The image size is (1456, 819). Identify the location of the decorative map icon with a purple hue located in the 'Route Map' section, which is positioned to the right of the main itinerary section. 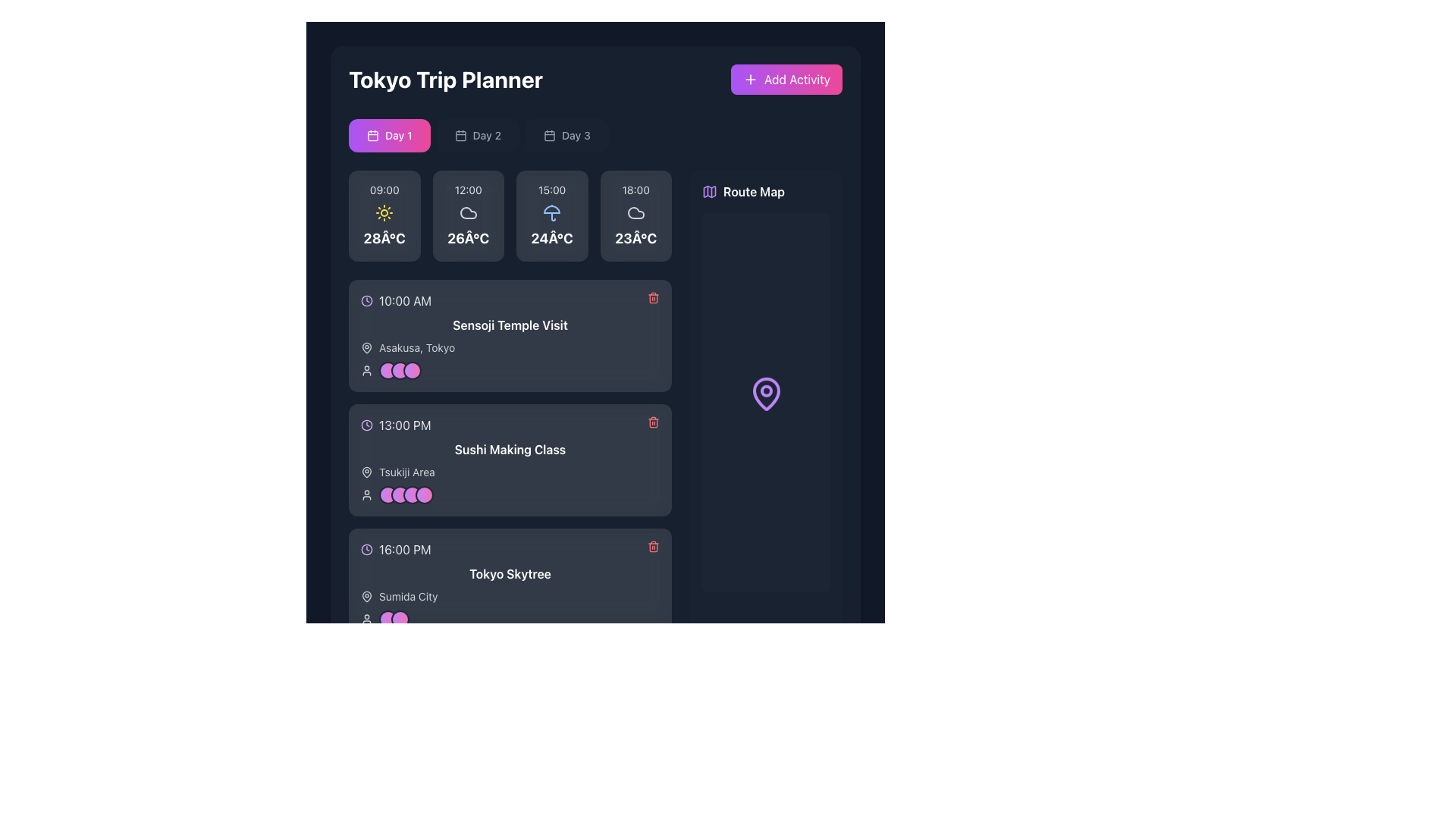
(709, 191).